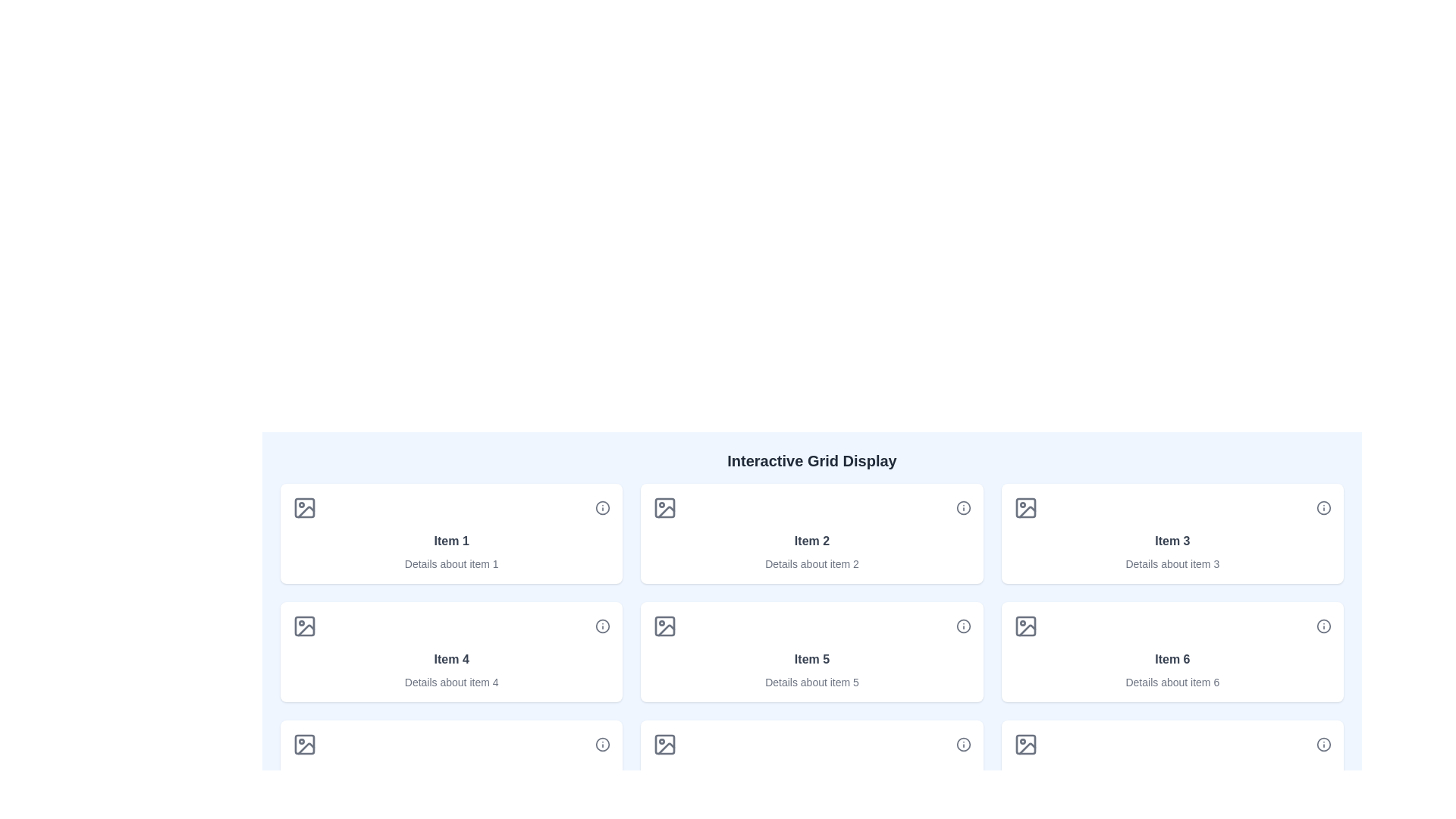 This screenshot has width=1456, height=819. What do you see at coordinates (602, 744) in the screenshot?
I see `the interactive circular icon with a gray border and a central information symbol, located at the far-right corner of a row of similar icons` at bounding box center [602, 744].